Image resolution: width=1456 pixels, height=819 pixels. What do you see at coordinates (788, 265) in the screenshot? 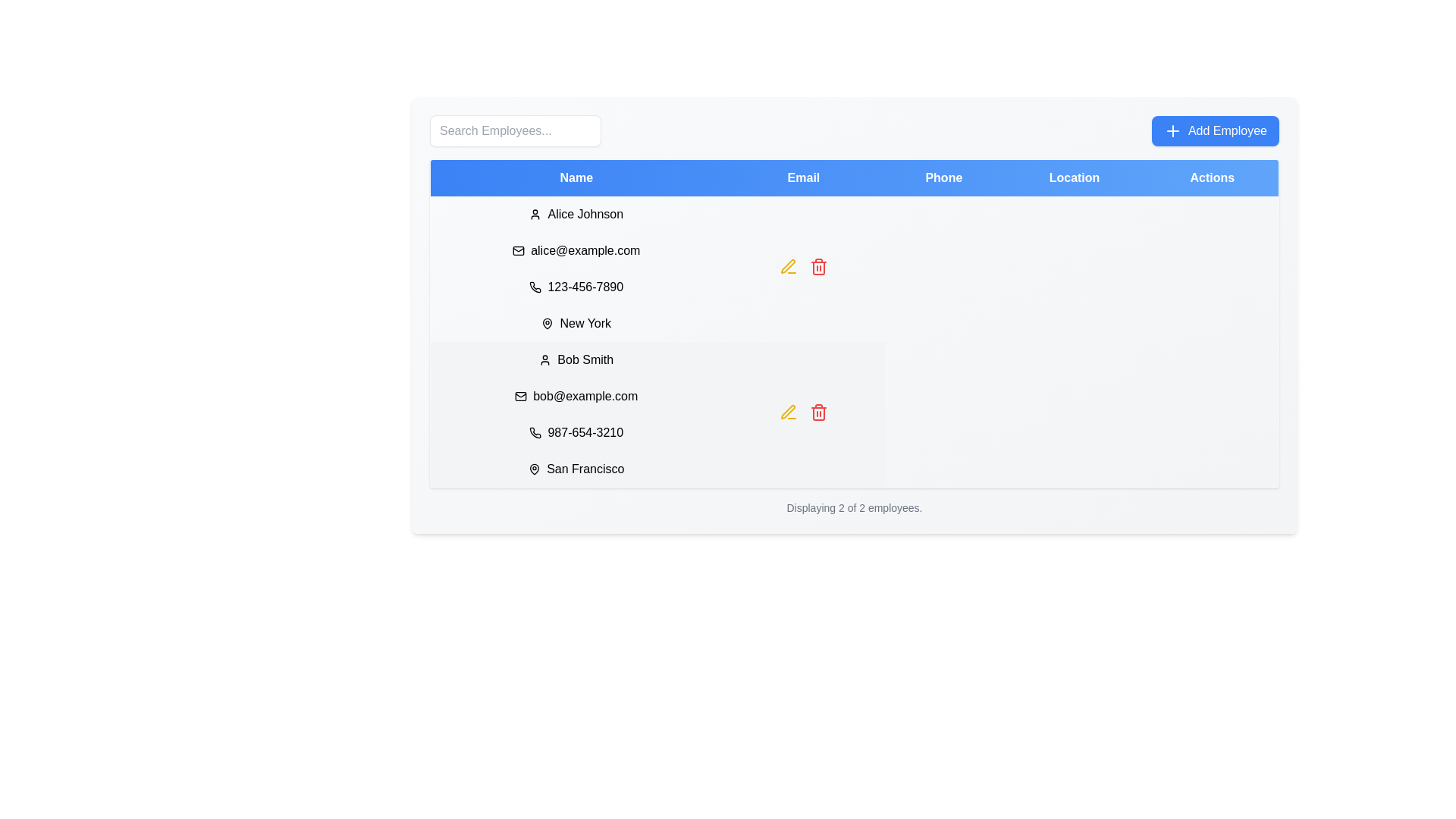
I see `the edit icon button located in the second row of the actions column for the user 'Bob Smith'` at bounding box center [788, 265].